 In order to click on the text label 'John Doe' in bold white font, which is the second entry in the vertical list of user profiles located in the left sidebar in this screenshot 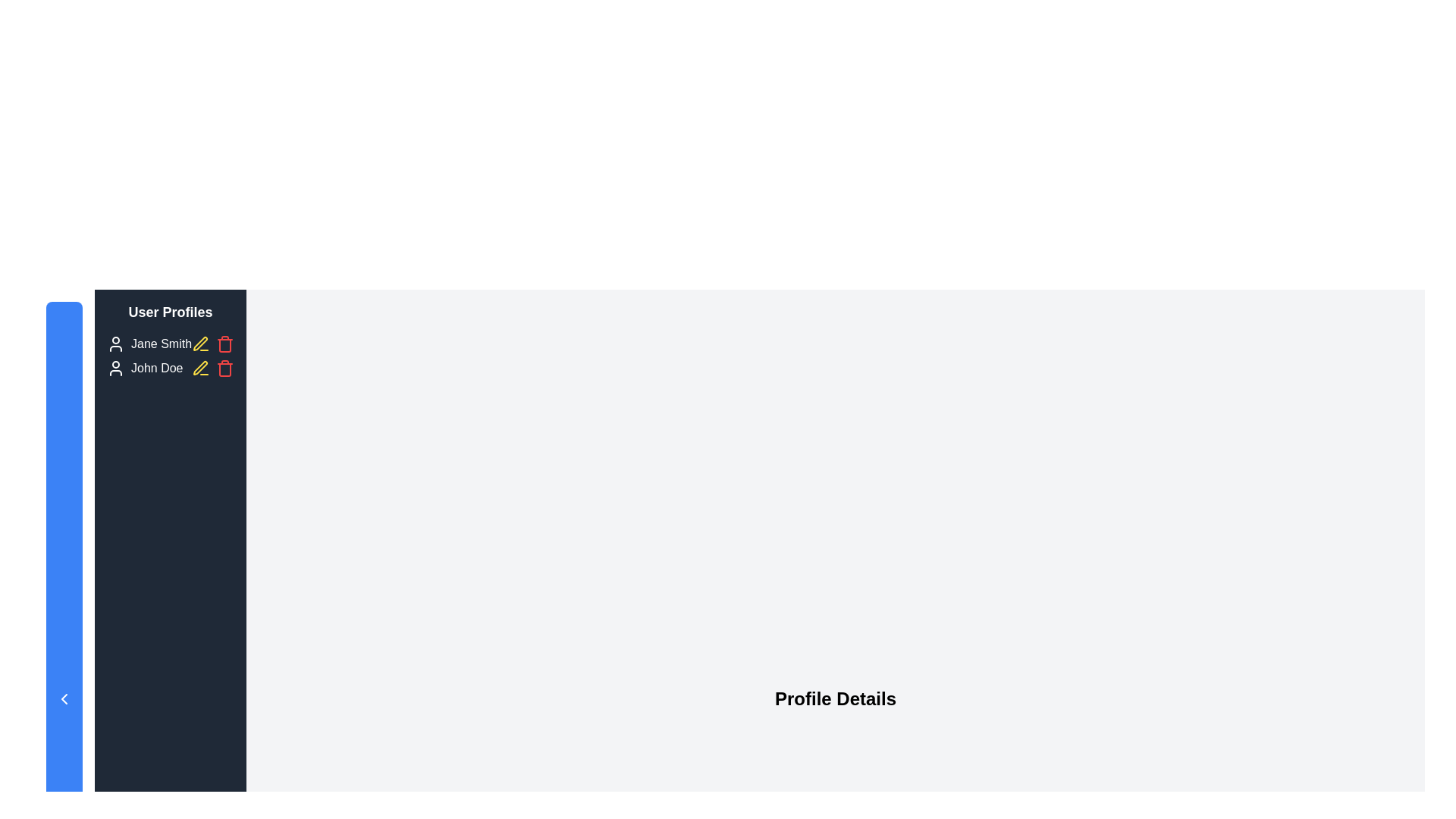, I will do `click(157, 369)`.